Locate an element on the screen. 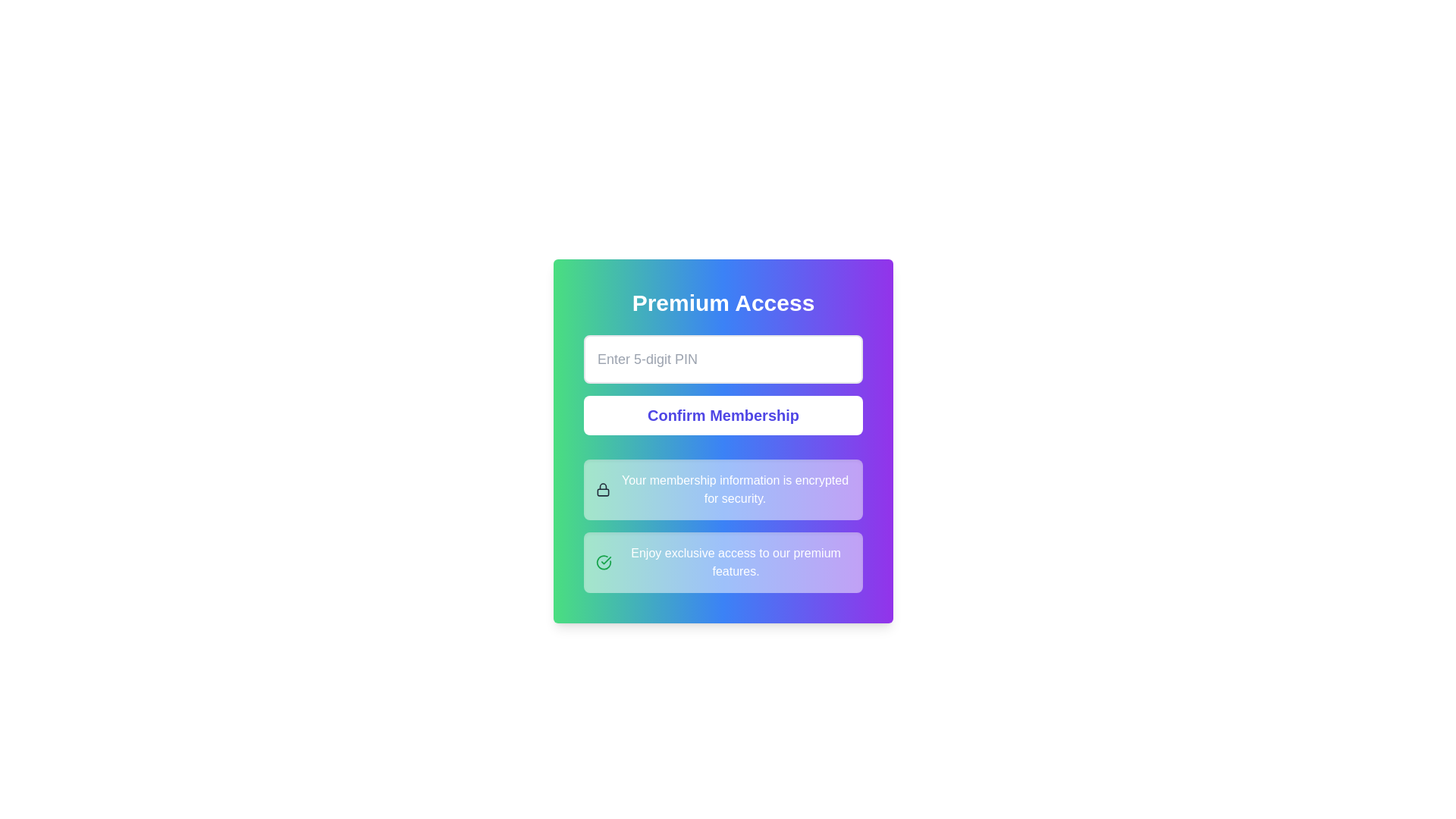 This screenshot has width=1456, height=819. the circular SVG icon in the bottom-right corner of the context card that indicates confirmed or available information regarding exclusive premium access is located at coordinates (605, 560).